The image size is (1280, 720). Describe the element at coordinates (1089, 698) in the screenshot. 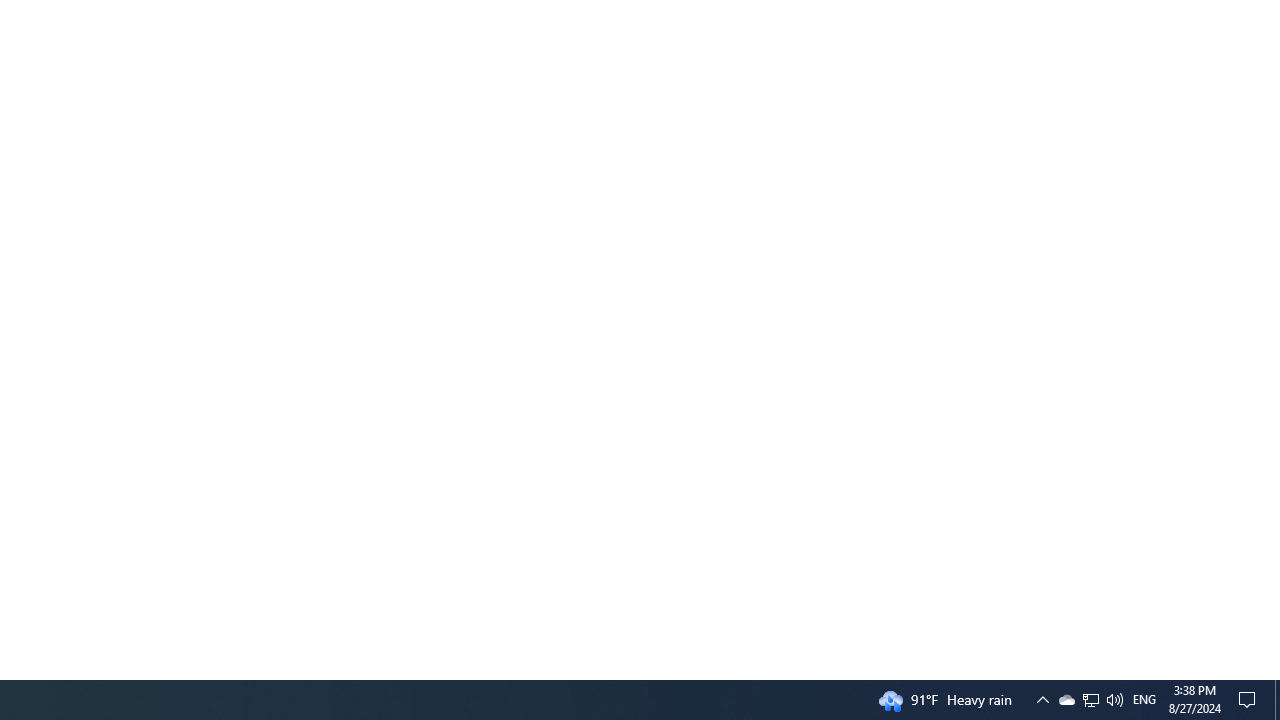

I see `'Tray Input Indicator - English (United States)'` at that location.